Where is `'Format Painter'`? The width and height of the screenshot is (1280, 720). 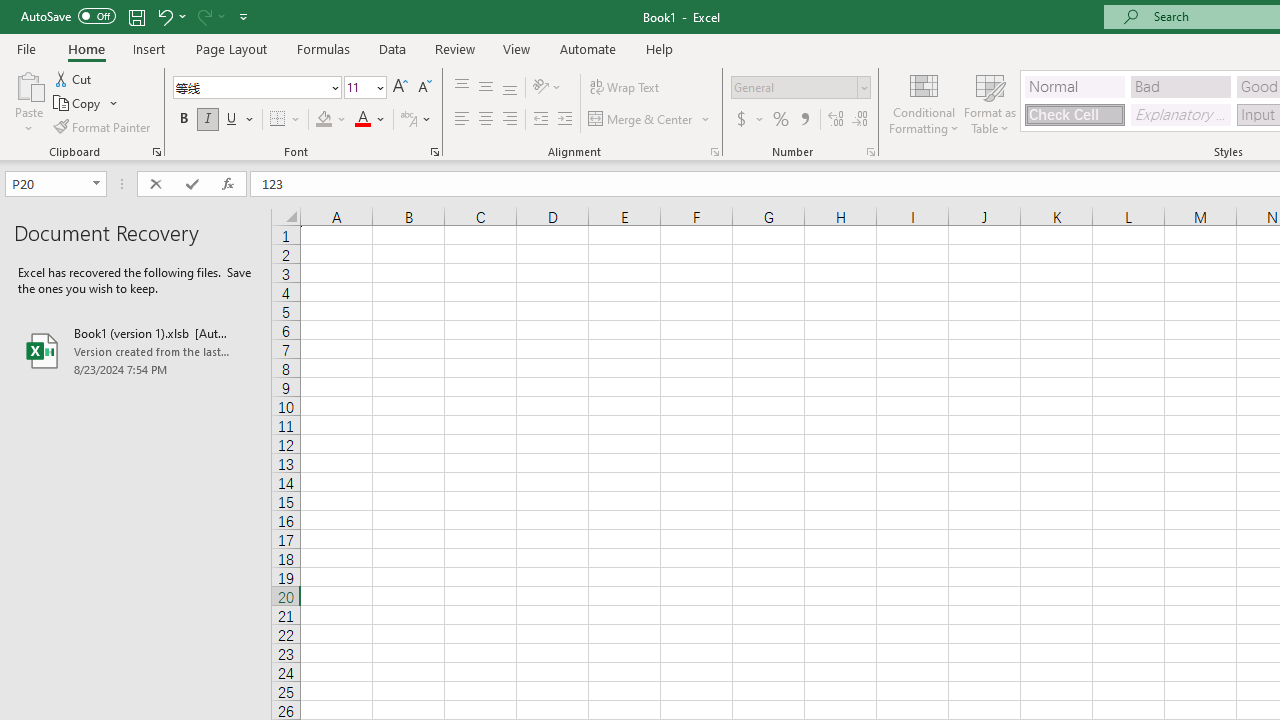 'Format Painter' is located at coordinates (102, 127).